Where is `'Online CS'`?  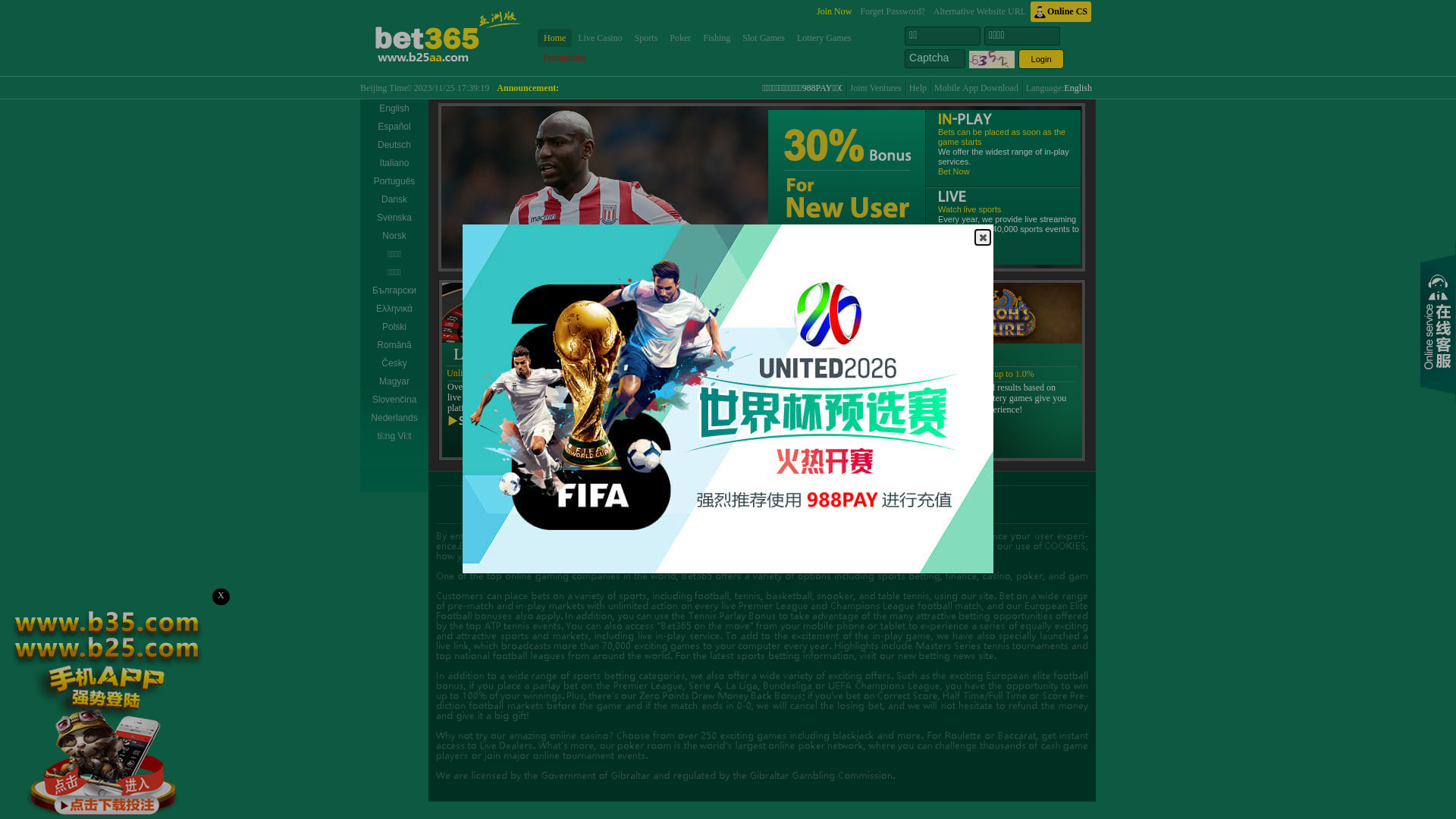 'Online CS' is located at coordinates (1059, 11).